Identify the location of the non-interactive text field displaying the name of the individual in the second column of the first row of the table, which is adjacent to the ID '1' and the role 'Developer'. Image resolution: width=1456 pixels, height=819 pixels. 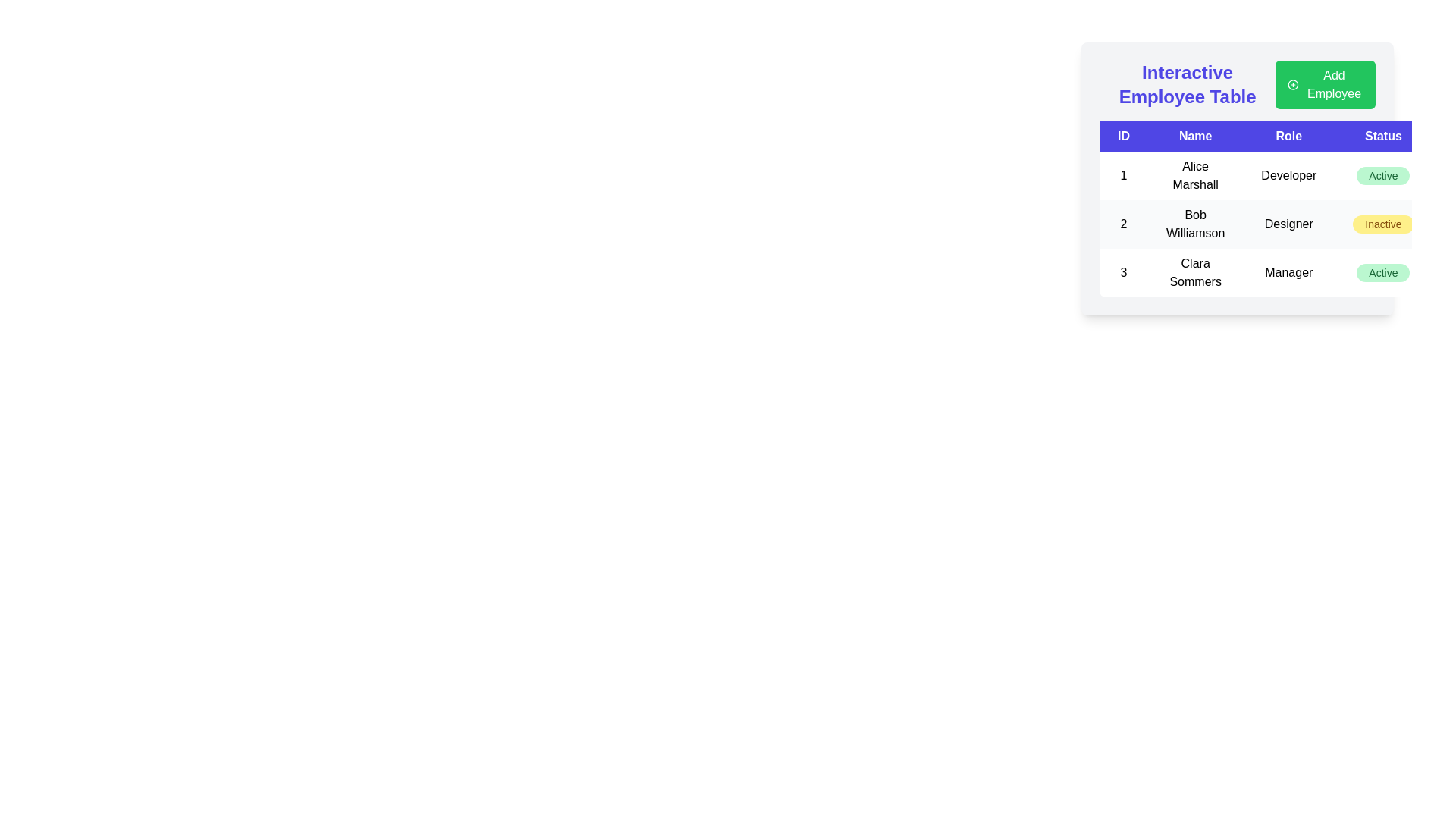
(1194, 174).